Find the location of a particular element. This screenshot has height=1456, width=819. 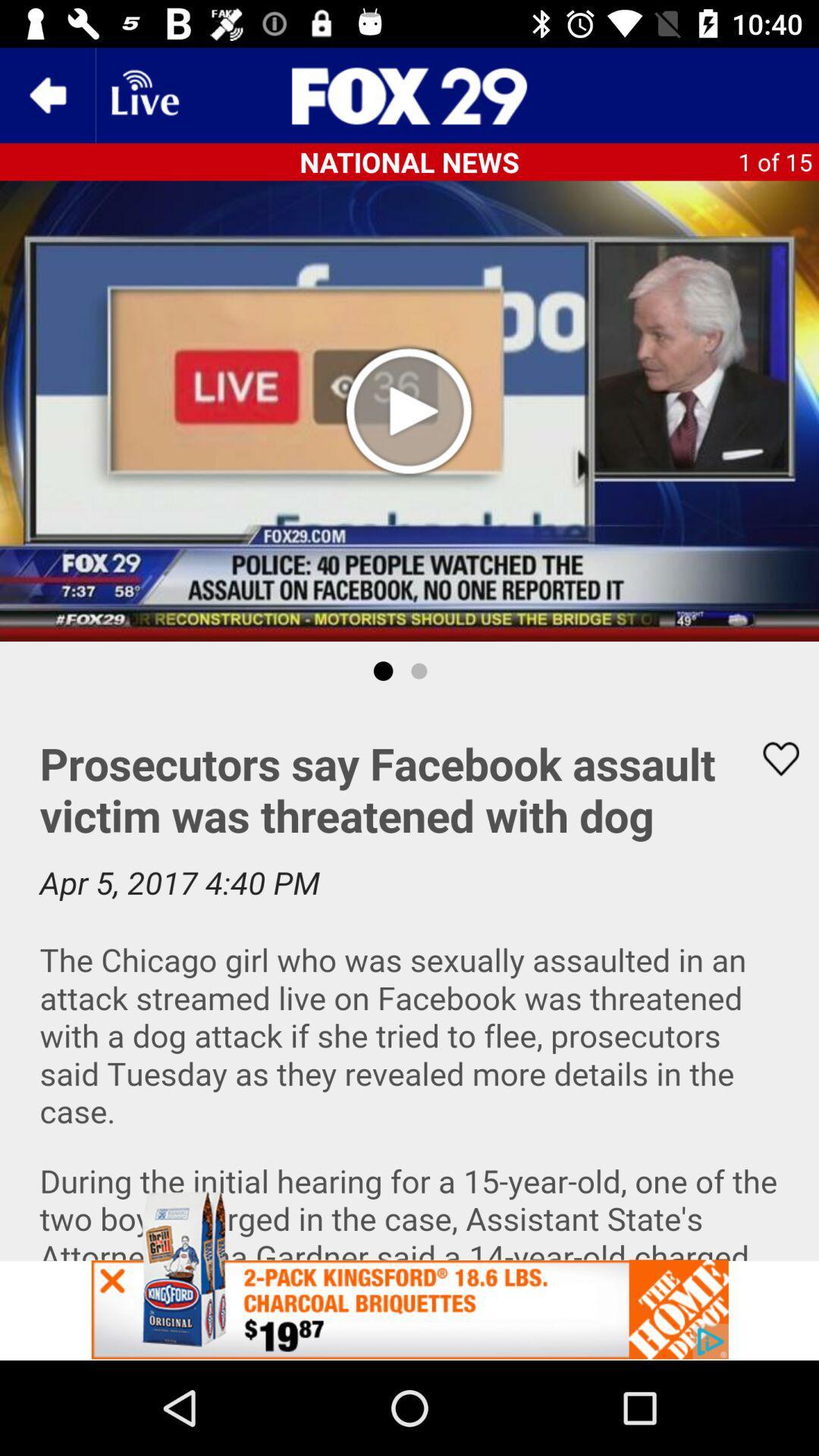

the arrow_backward icon is located at coordinates (46, 94).